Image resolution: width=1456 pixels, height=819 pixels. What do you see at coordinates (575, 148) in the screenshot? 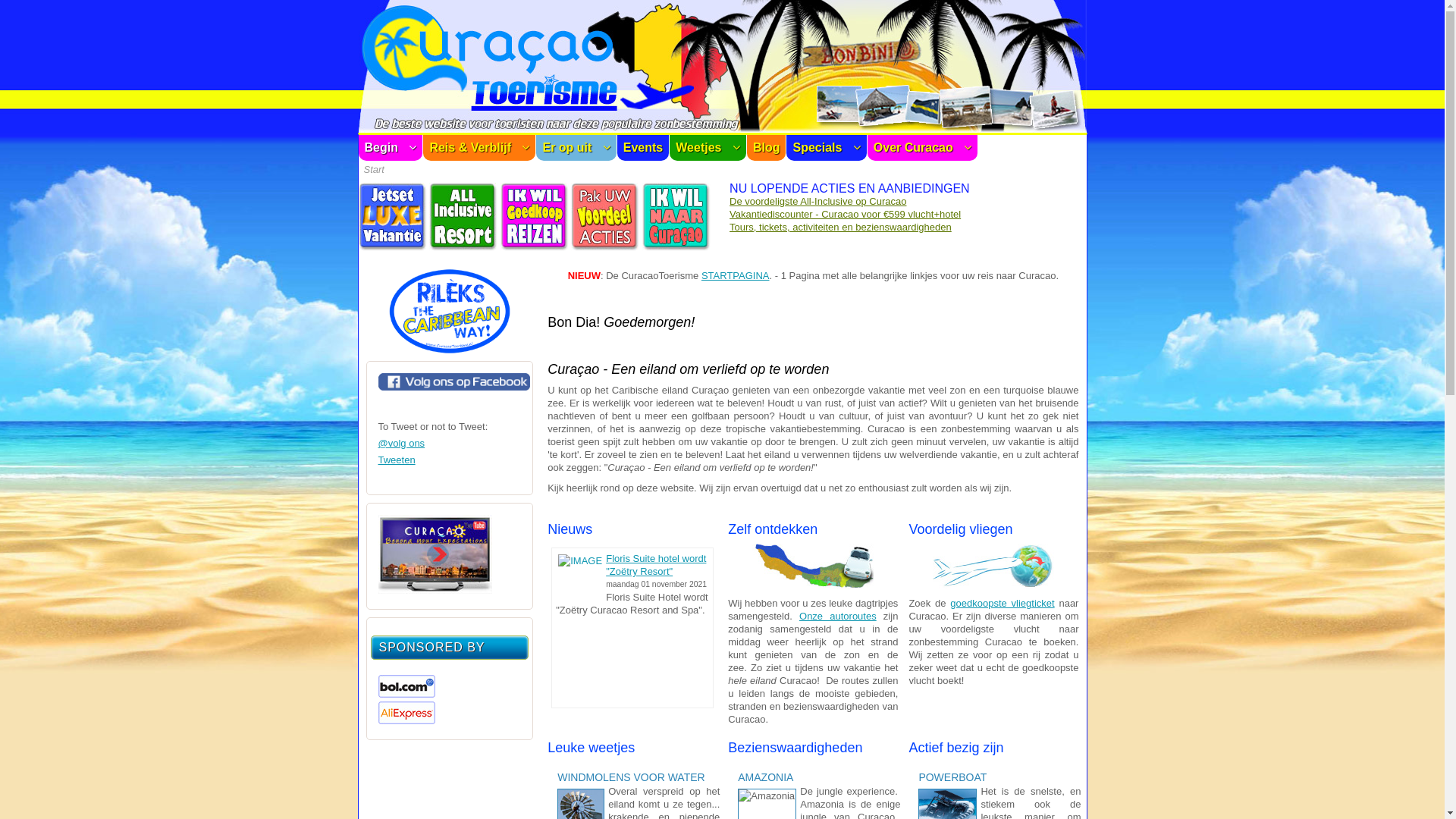
I see `'Er op uit'` at bounding box center [575, 148].